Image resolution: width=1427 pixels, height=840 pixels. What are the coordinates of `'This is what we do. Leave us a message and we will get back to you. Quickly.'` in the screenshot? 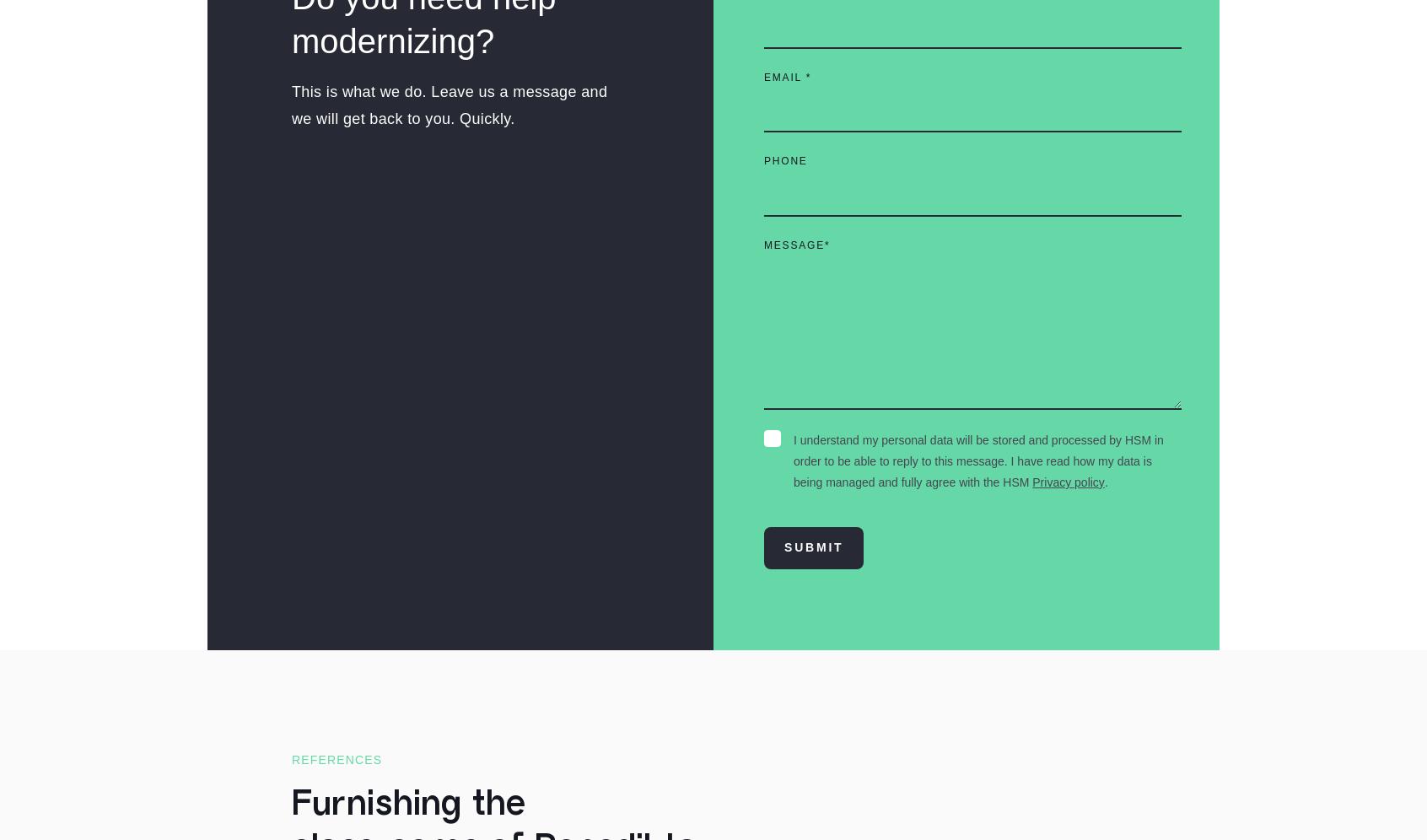 It's located at (291, 105).